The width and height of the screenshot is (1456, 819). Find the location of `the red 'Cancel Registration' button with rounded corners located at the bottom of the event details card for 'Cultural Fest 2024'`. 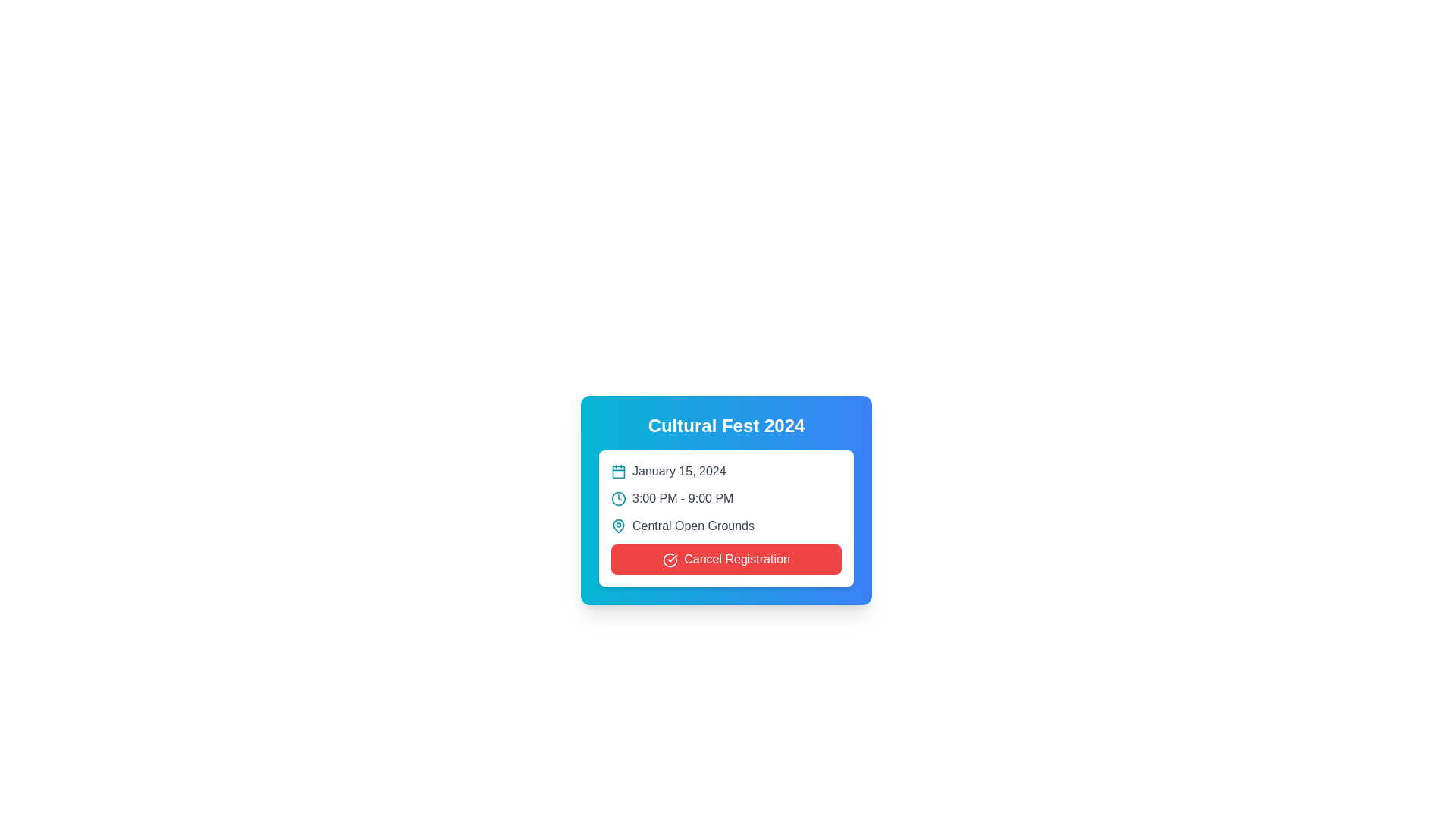

the red 'Cancel Registration' button with rounded corners located at the bottom of the event details card for 'Cultural Fest 2024' is located at coordinates (726, 559).